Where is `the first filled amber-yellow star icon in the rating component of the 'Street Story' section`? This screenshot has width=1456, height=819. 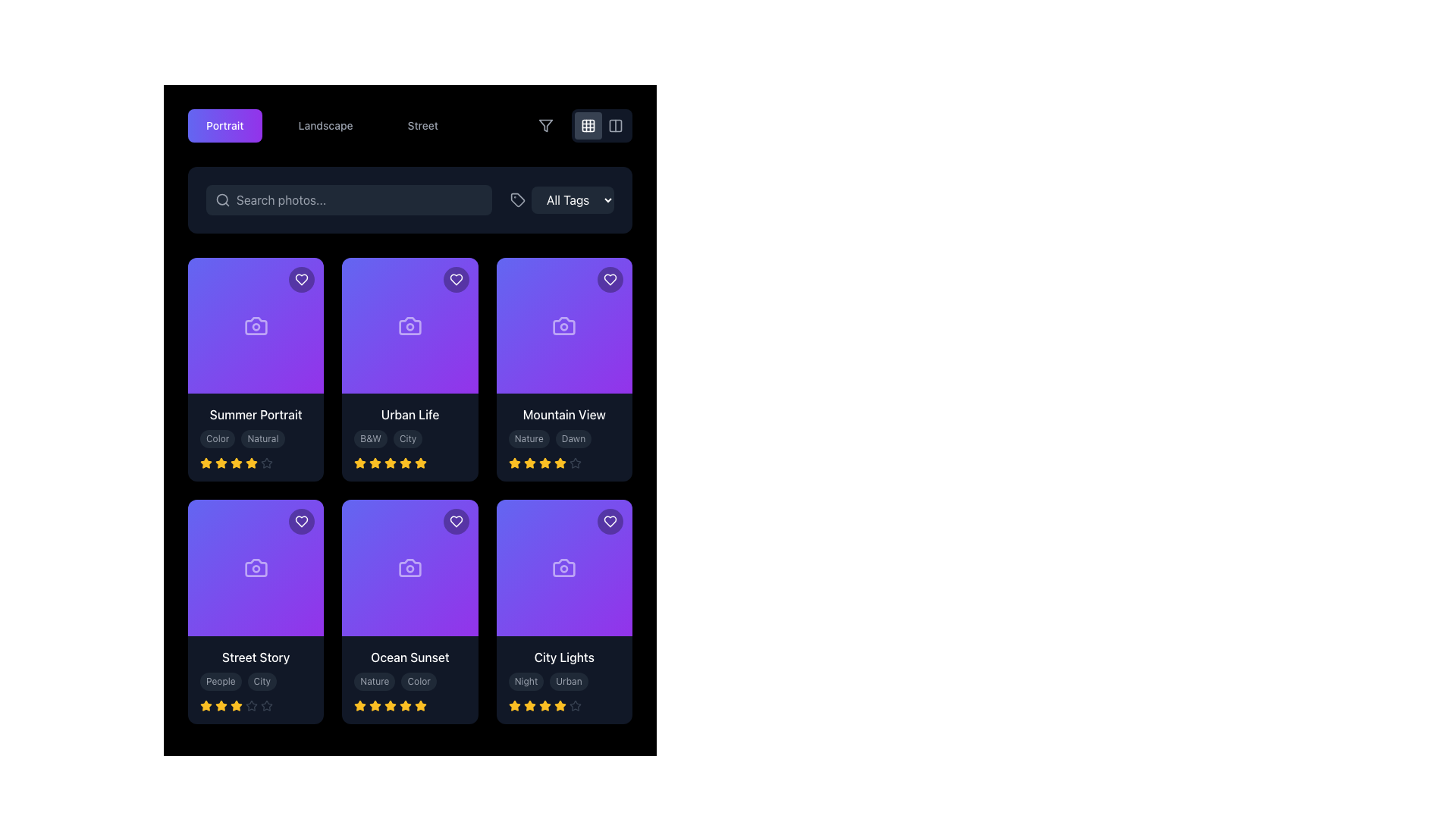 the first filled amber-yellow star icon in the rating component of the 'Street Story' section is located at coordinates (206, 704).